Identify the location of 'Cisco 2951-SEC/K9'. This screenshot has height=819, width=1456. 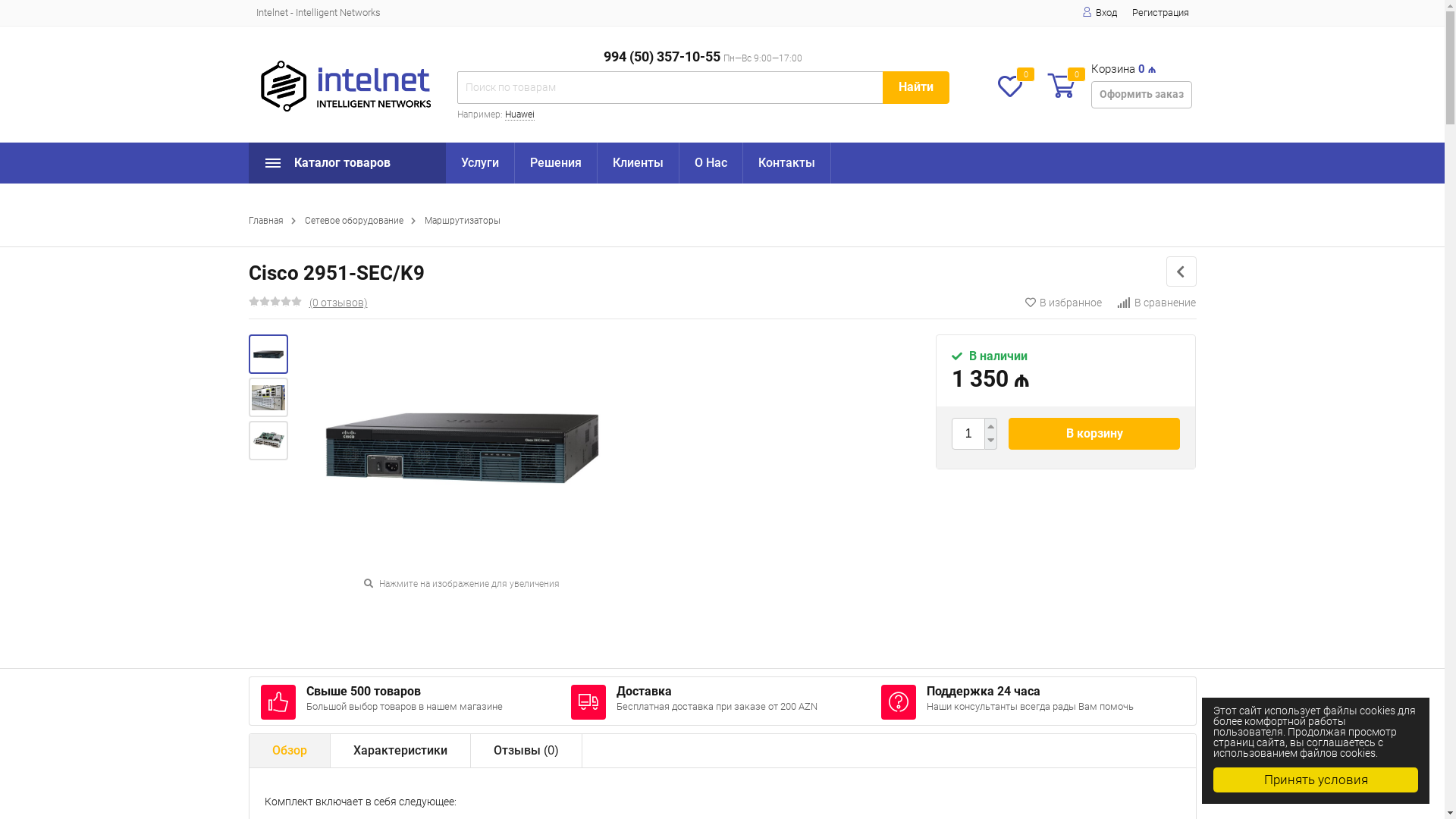
(268, 353).